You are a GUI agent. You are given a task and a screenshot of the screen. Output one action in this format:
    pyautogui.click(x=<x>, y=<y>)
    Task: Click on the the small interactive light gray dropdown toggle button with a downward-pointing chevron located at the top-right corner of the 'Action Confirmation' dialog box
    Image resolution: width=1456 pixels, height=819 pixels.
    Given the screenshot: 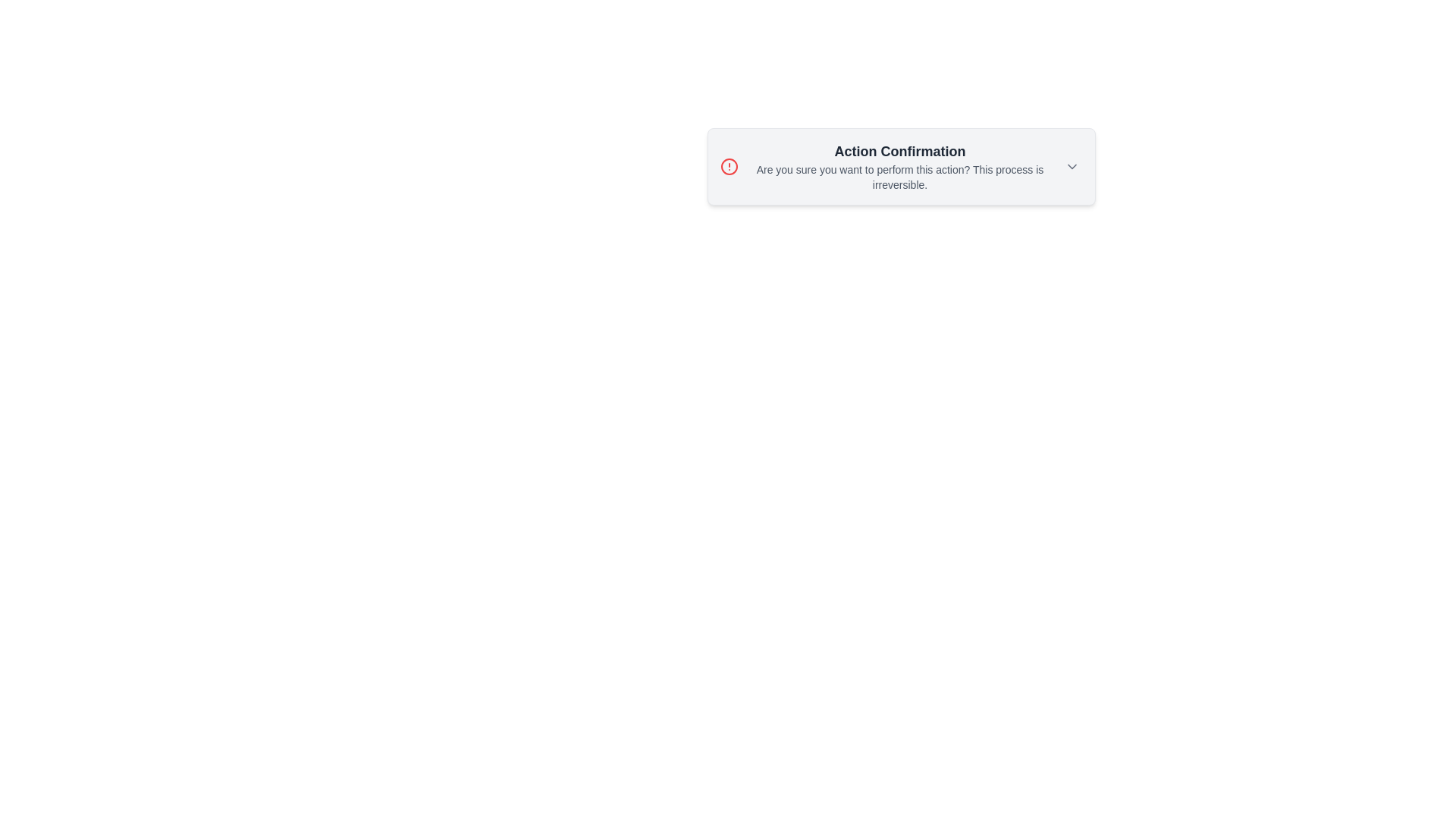 What is the action you would take?
    pyautogui.click(x=1072, y=166)
    